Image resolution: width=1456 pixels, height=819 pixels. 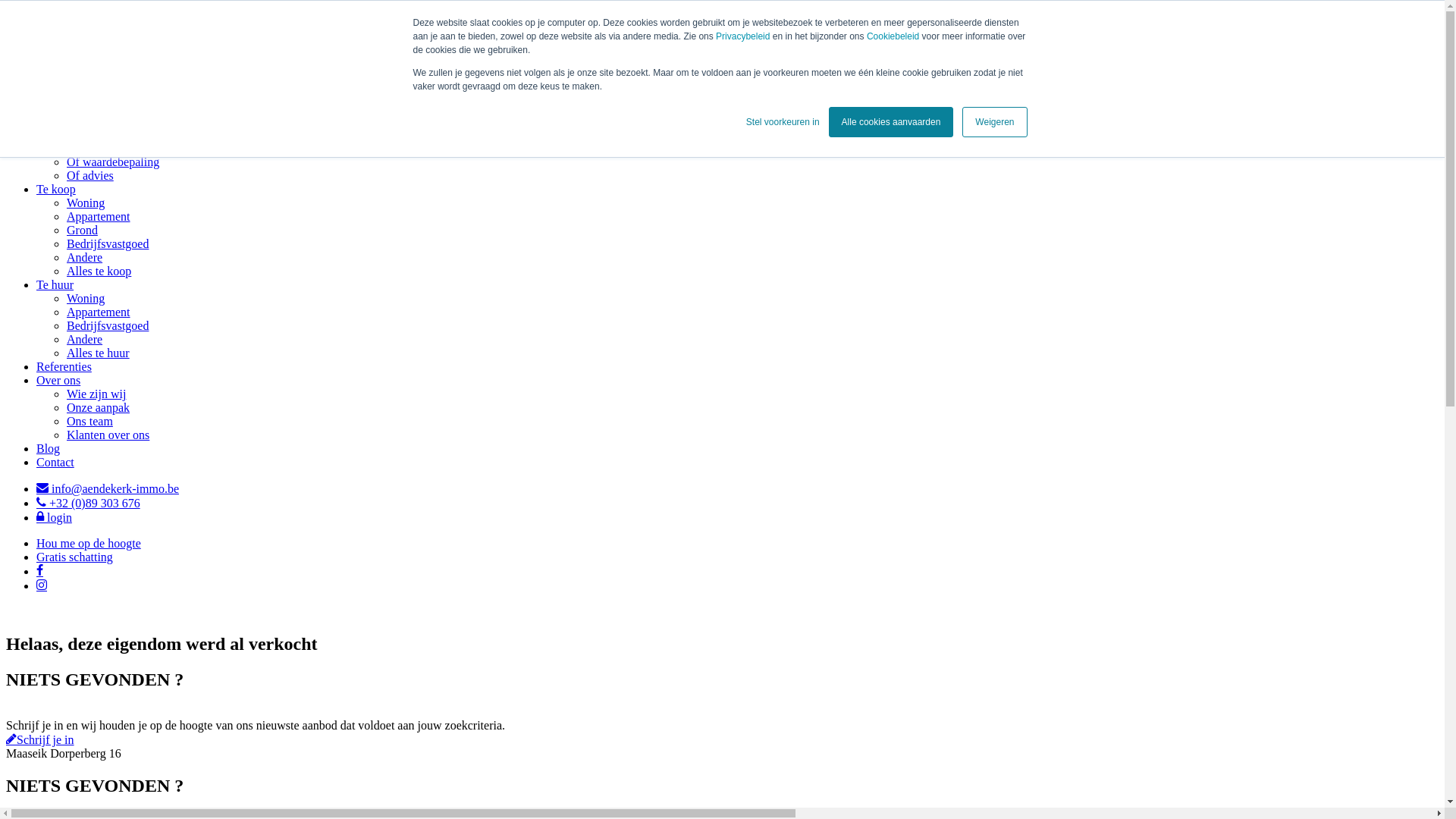 I want to click on 'Gratis schatting', so click(x=36, y=557).